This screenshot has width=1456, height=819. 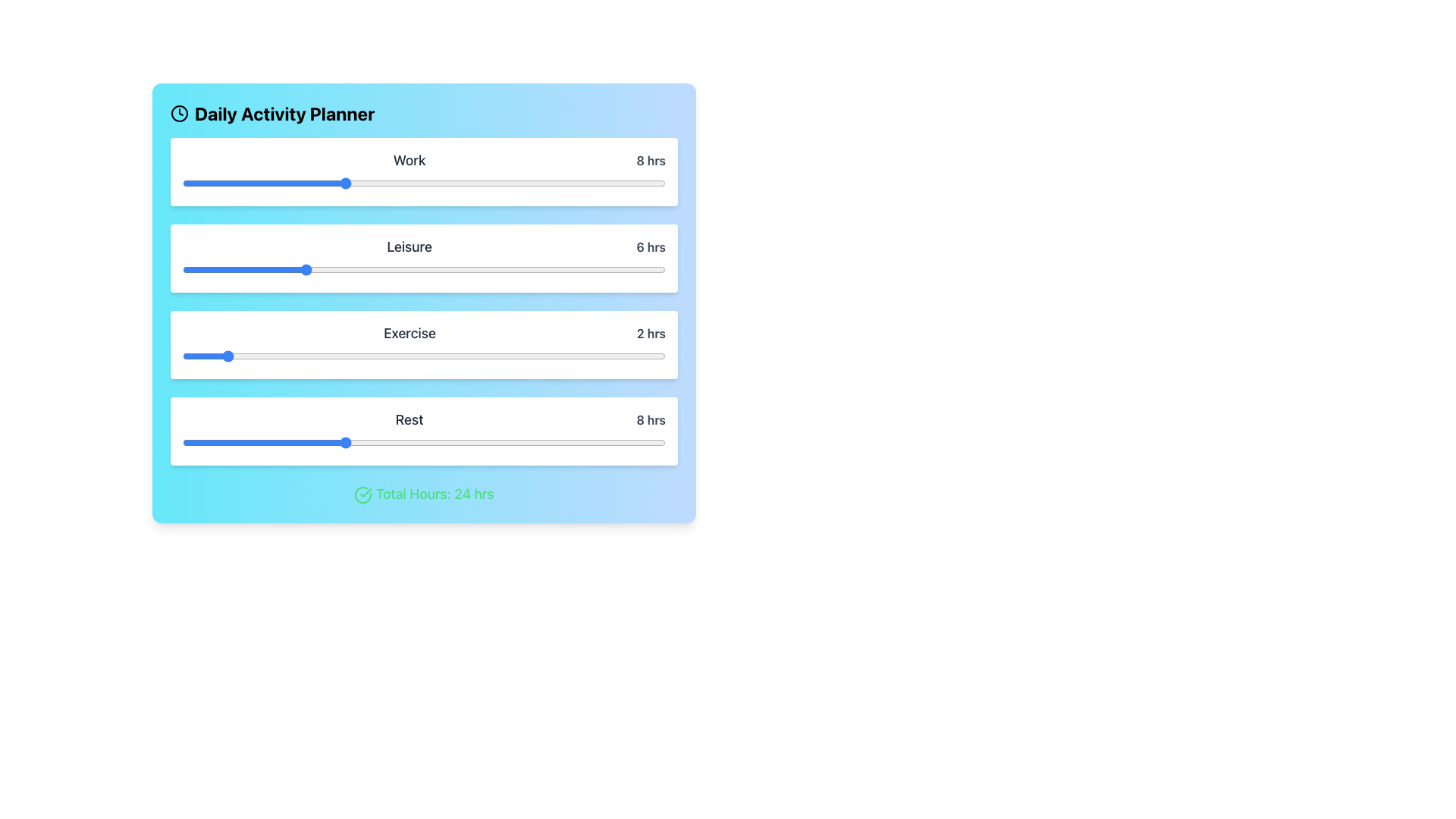 What do you see at coordinates (463, 183) in the screenshot?
I see `work hours` at bounding box center [463, 183].